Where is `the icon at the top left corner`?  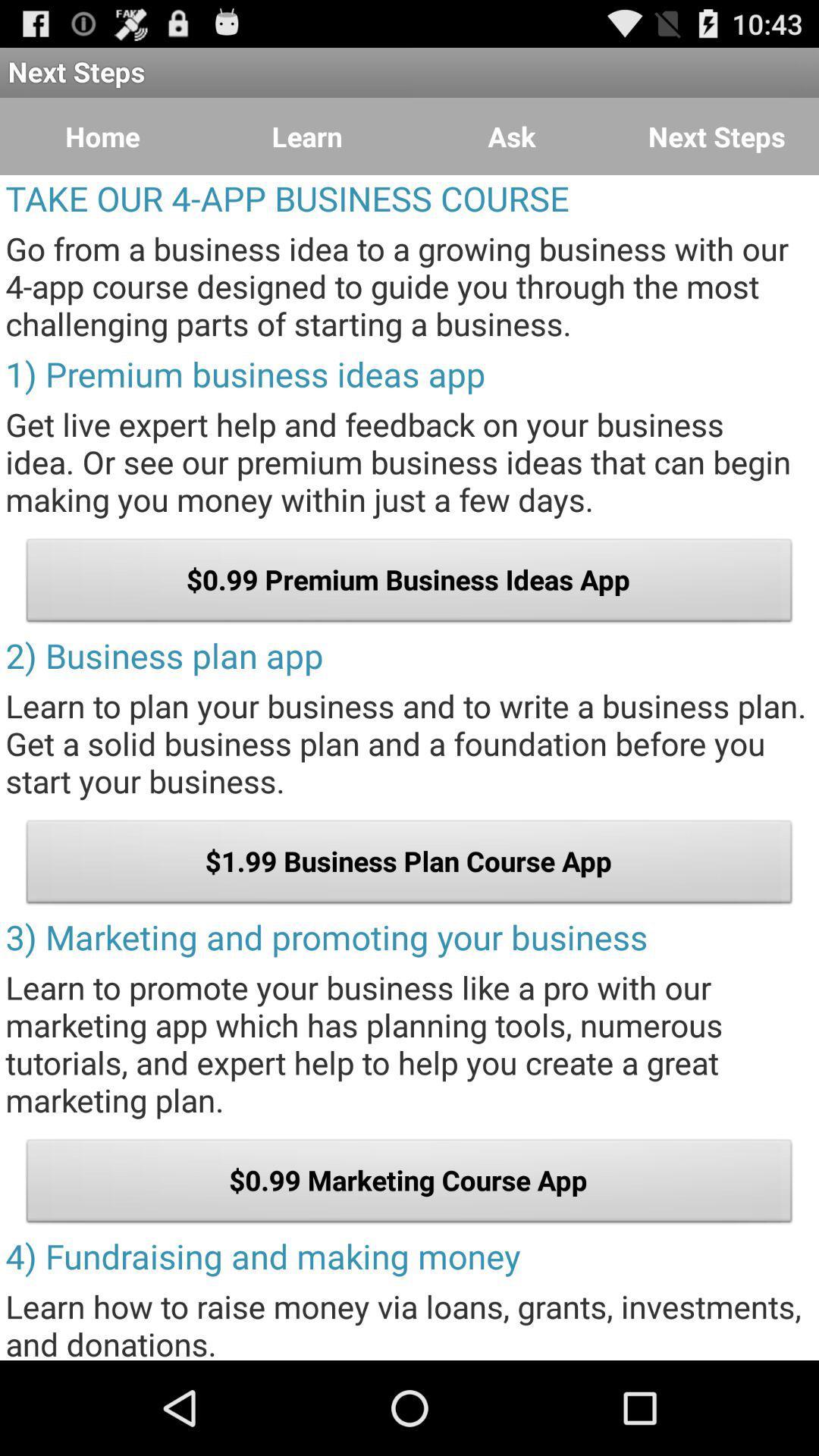 the icon at the top left corner is located at coordinates (102, 136).